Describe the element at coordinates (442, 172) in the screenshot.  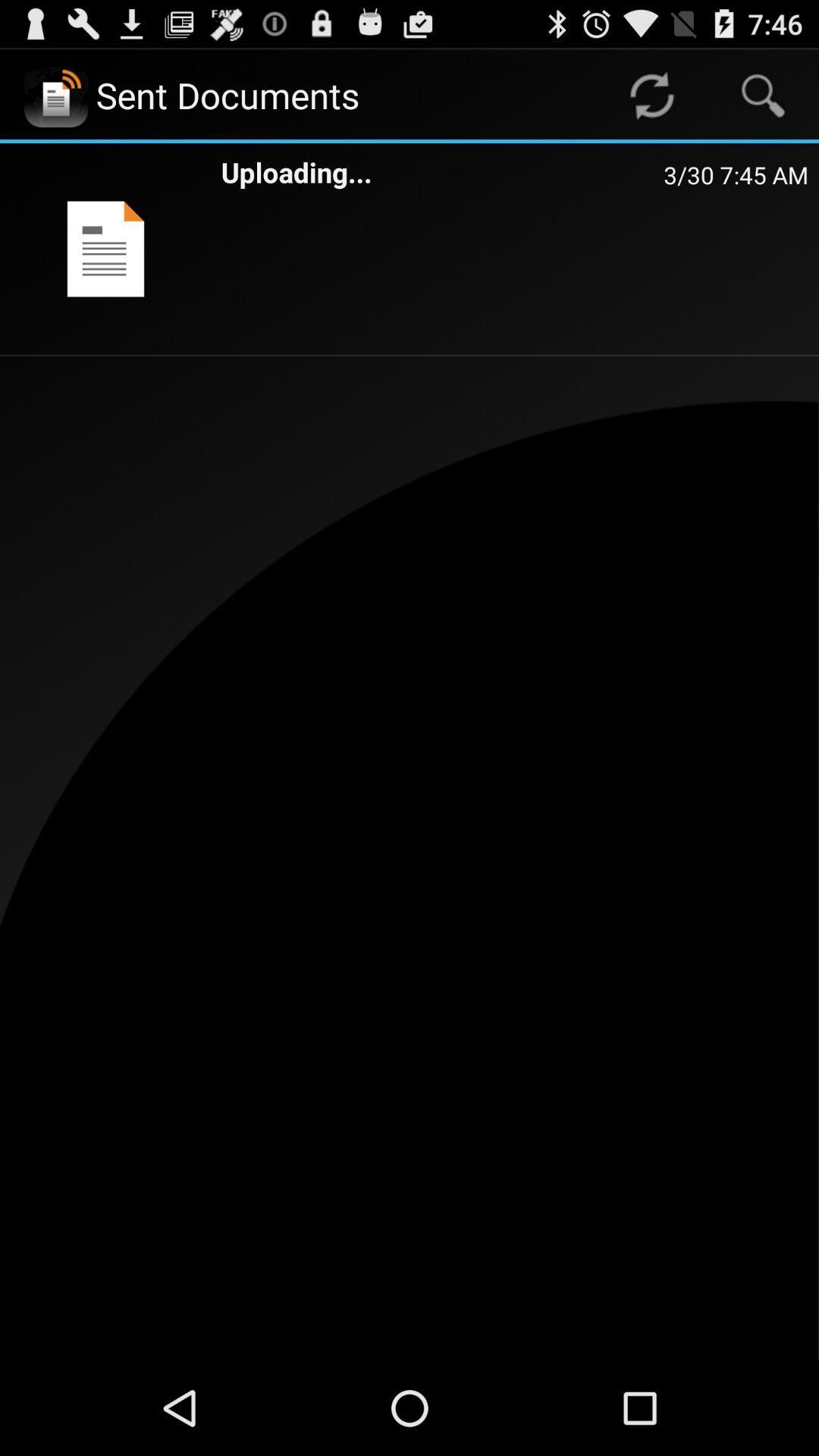
I see `uploading... app` at that location.